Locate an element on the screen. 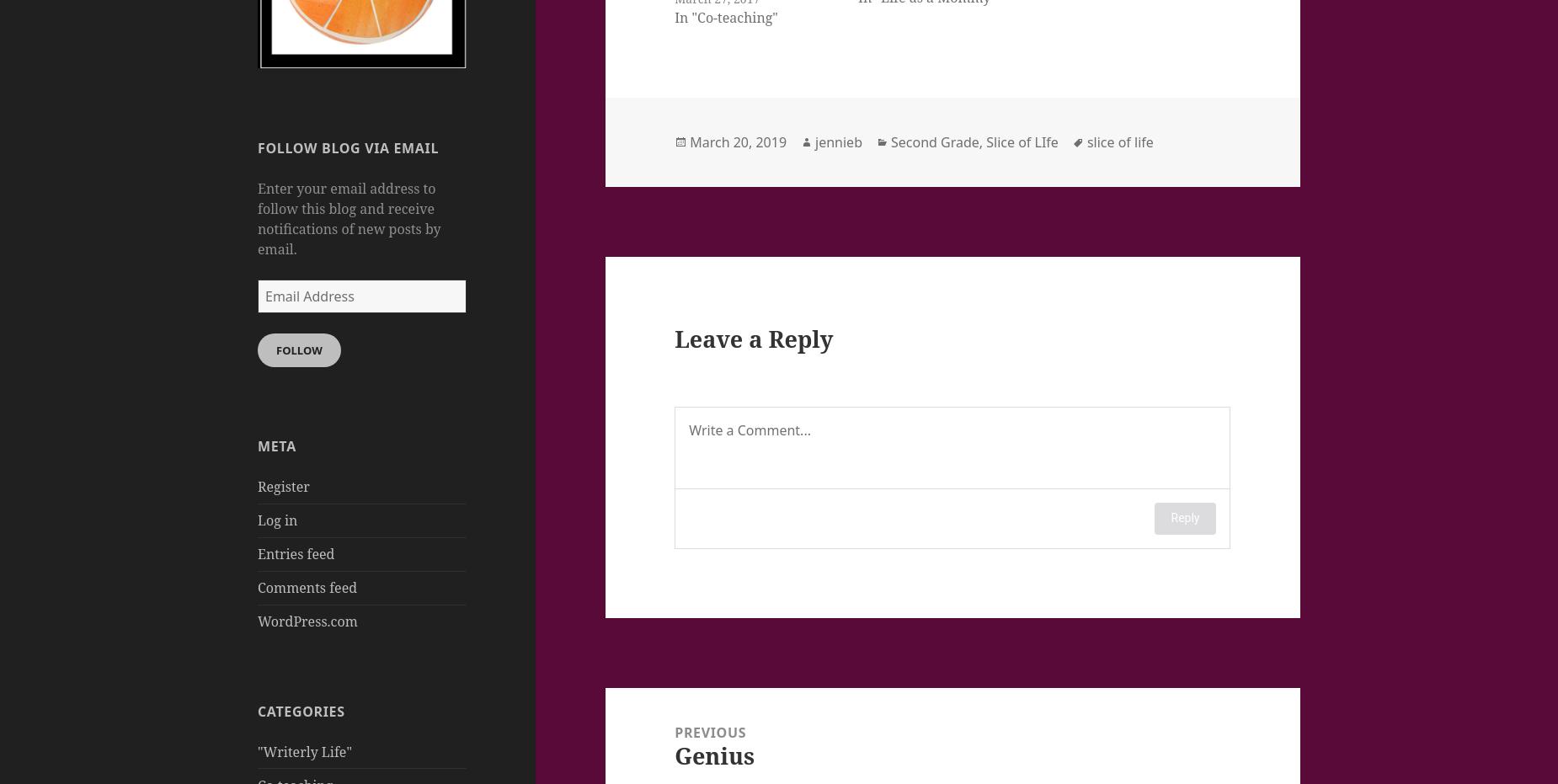 This screenshot has height=784, width=1558. 'jennieb' is located at coordinates (837, 141).